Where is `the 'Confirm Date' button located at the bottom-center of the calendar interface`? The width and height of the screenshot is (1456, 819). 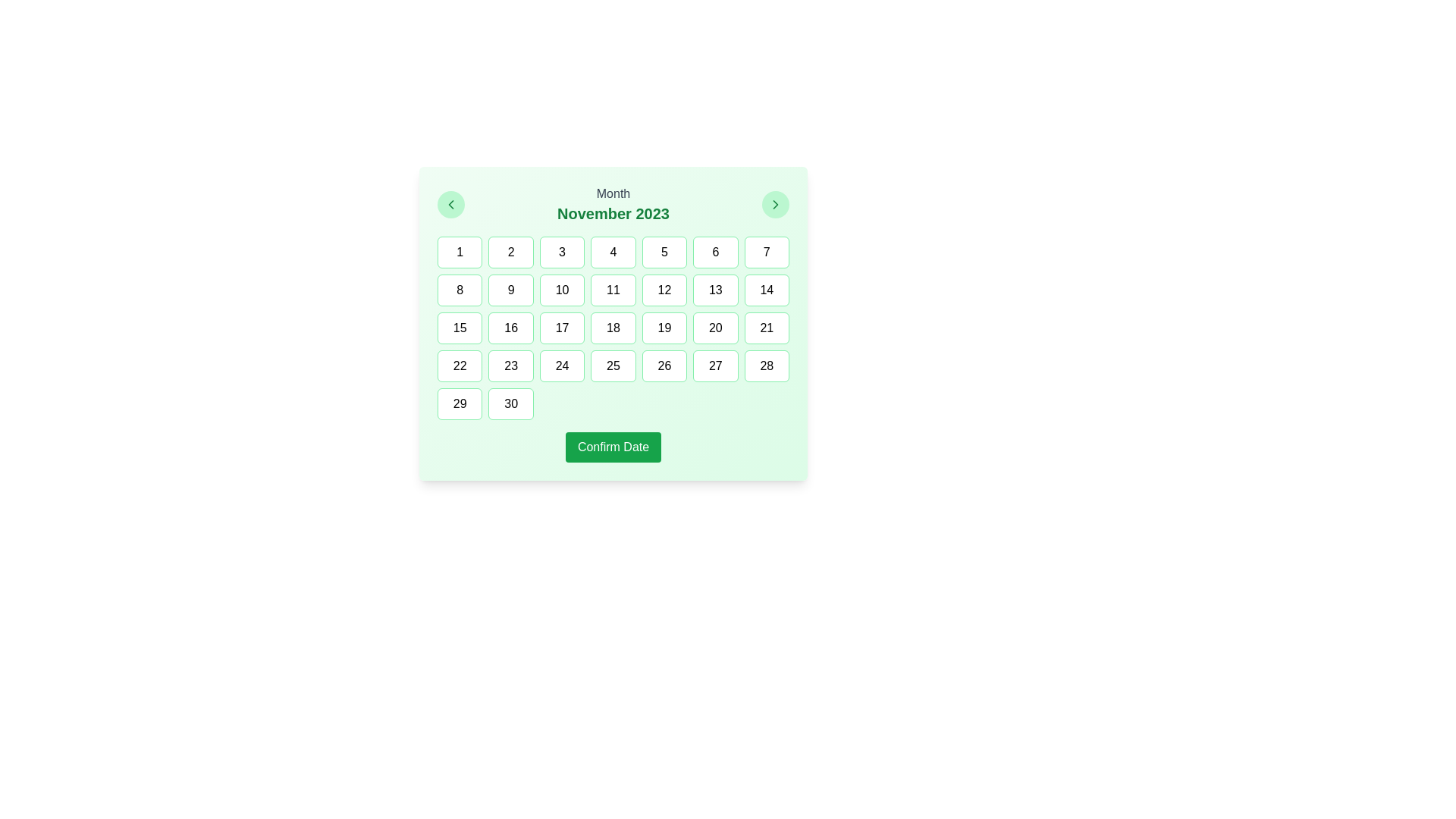
the 'Confirm Date' button located at the bottom-center of the calendar interface is located at coordinates (613, 447).